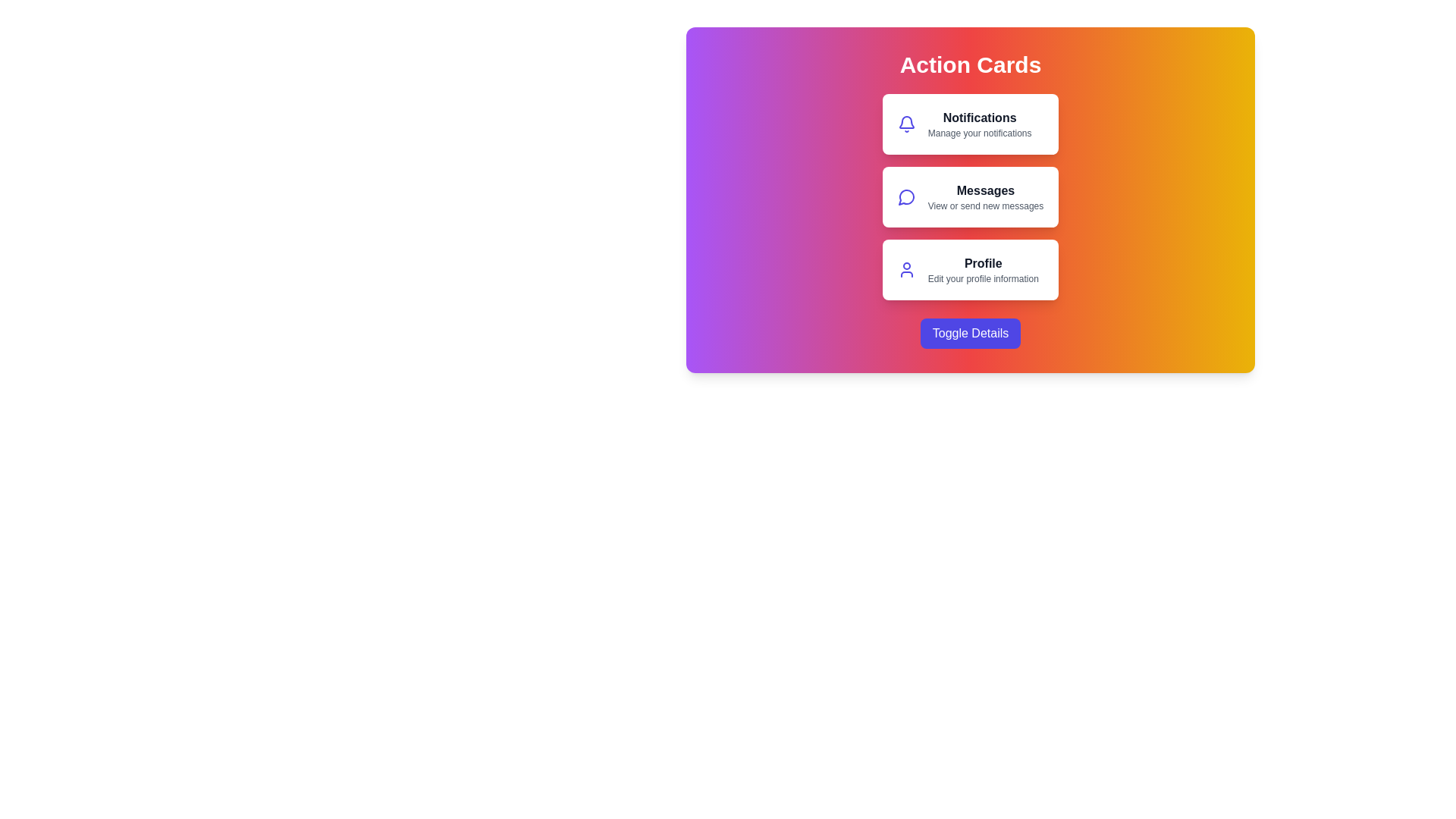  I want to click on the text label that reads 'Edit your profile information', which is styled in a small gray font and positioned below the bold 'Profile' heading in the third action card labeled 'Profile', so click(983, 278).